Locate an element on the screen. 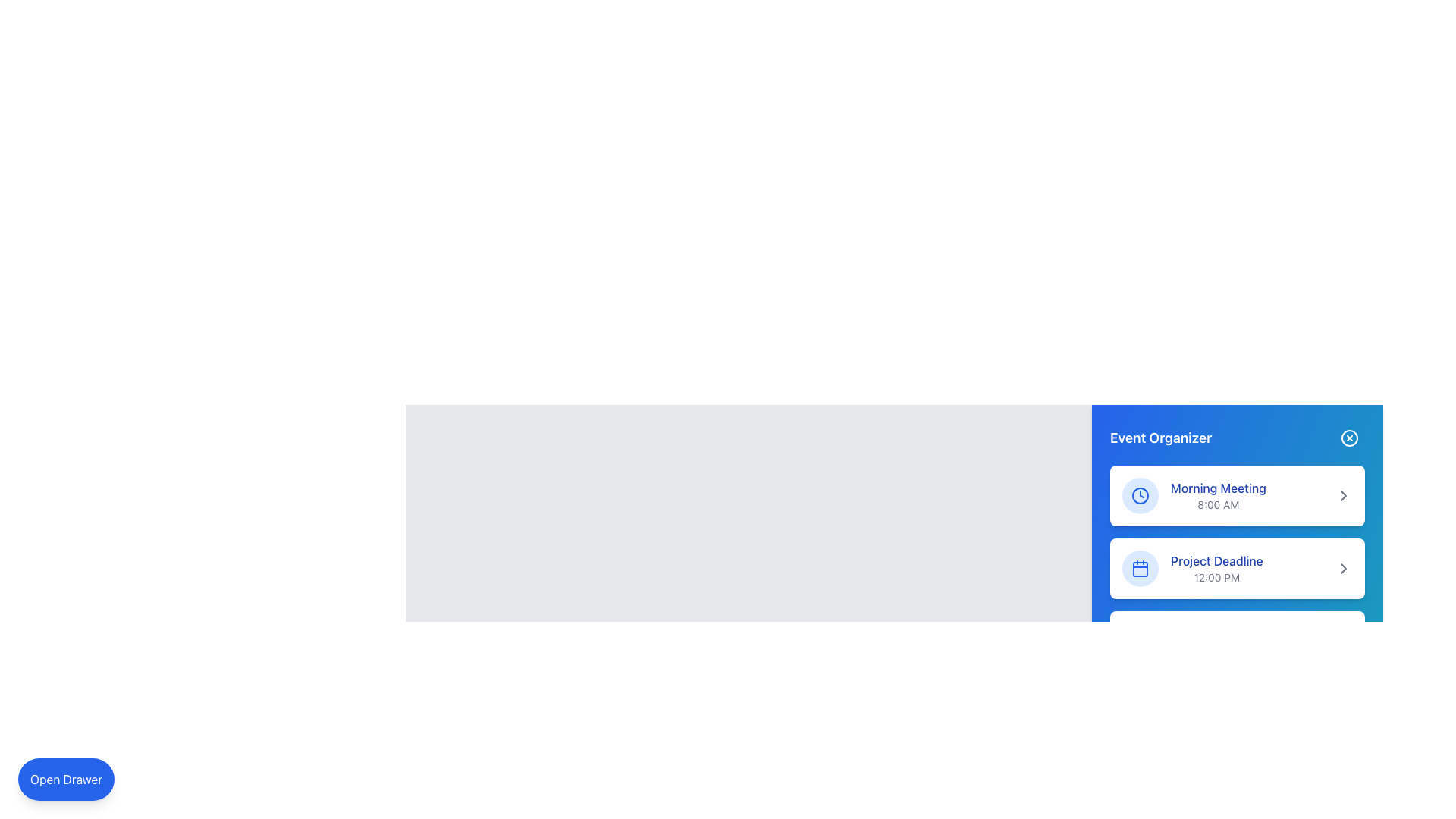 This screenshot has width=1456, height=819. the circular close button with a blue background and white 'X' symbol located at the top-right corner of the Event Organizer panel is located at coordinates (1350, 438).